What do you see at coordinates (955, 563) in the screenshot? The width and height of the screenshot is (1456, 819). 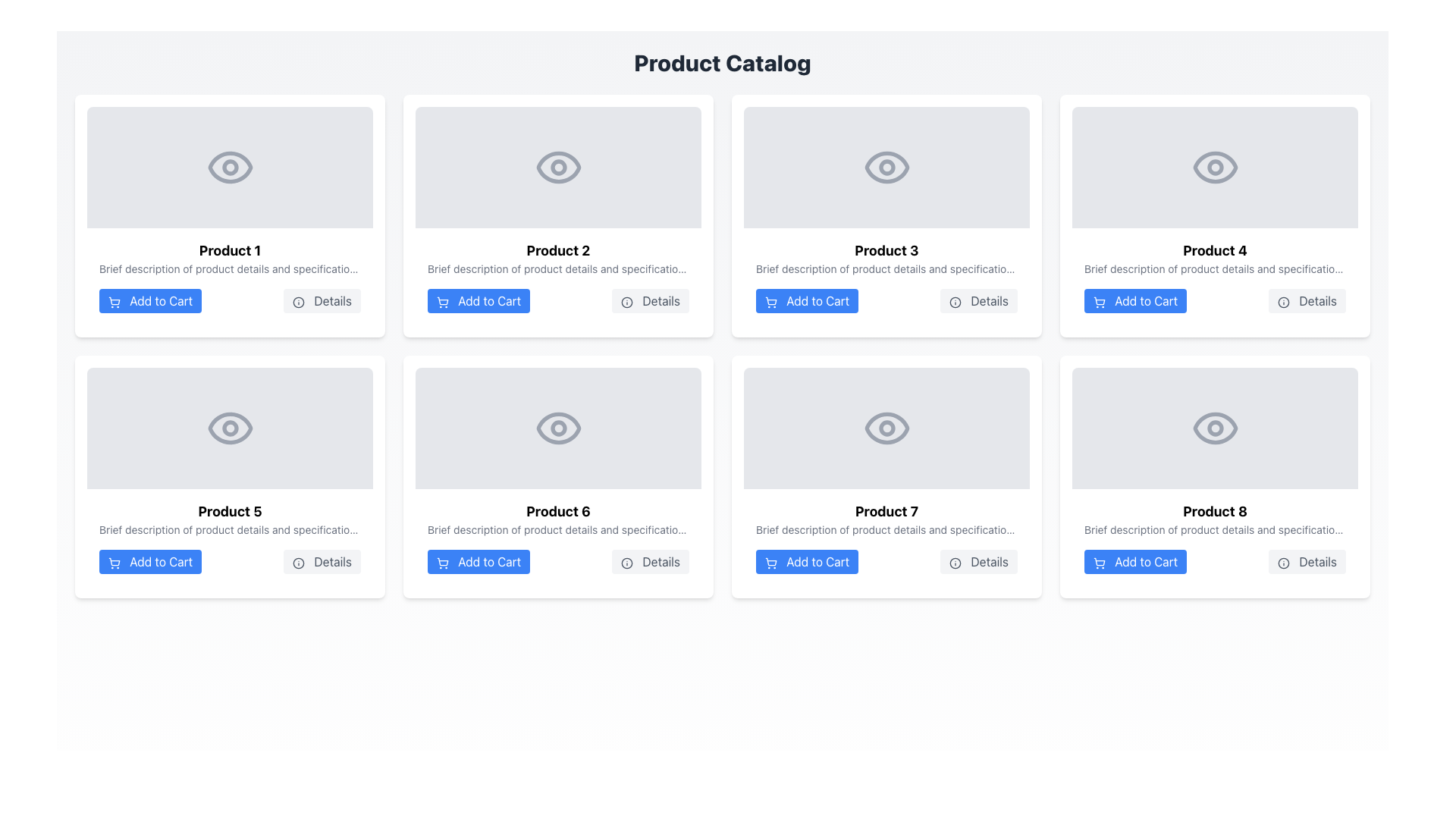 I see `the information icon embedded within the 'Details' button for Product 7, located in the bottom-right section of the Product 7 card in the product catalog` at bounding box center [955, 563].